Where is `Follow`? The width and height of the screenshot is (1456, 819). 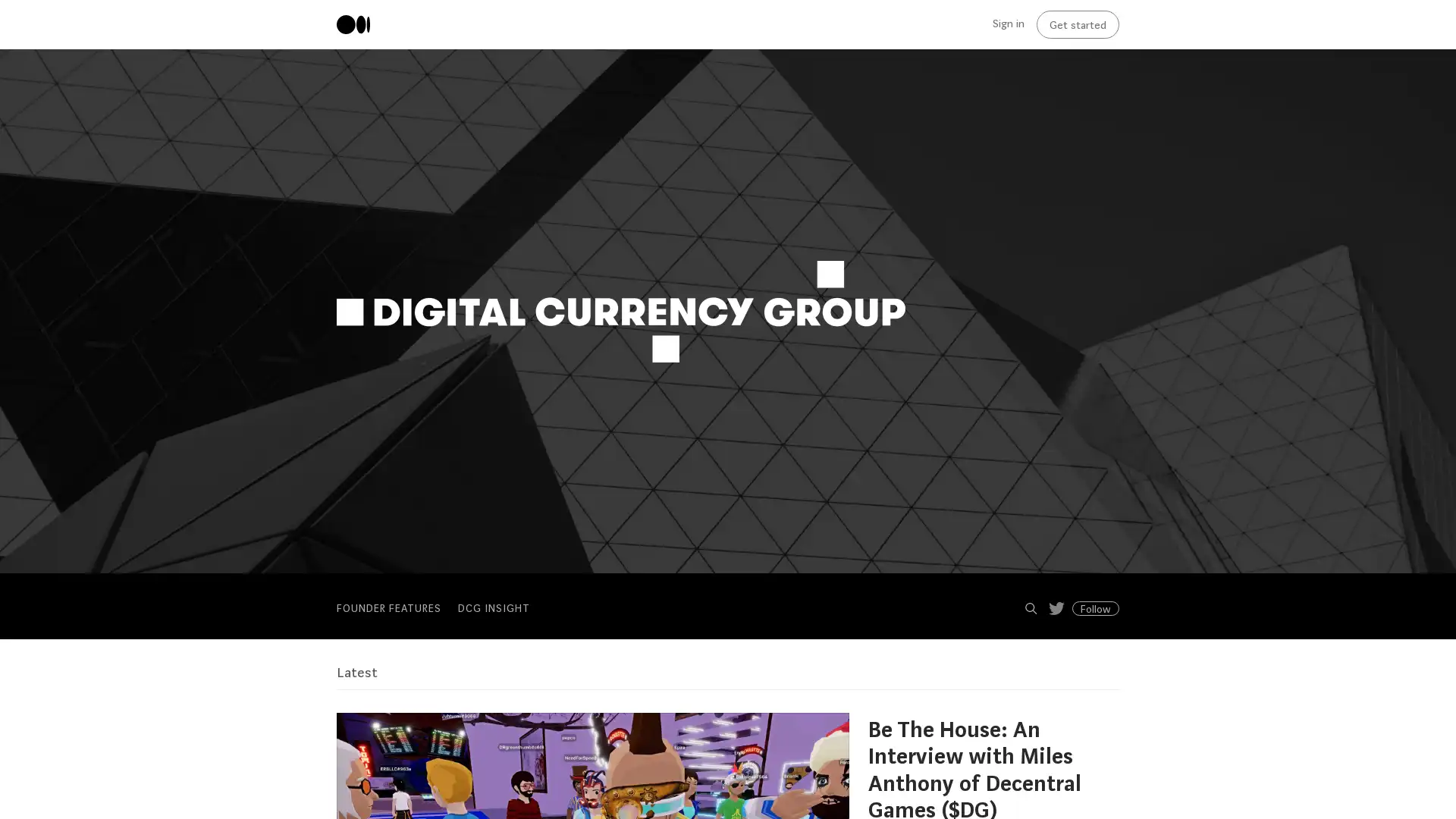 Follow is located at coordinates (1095, 607).